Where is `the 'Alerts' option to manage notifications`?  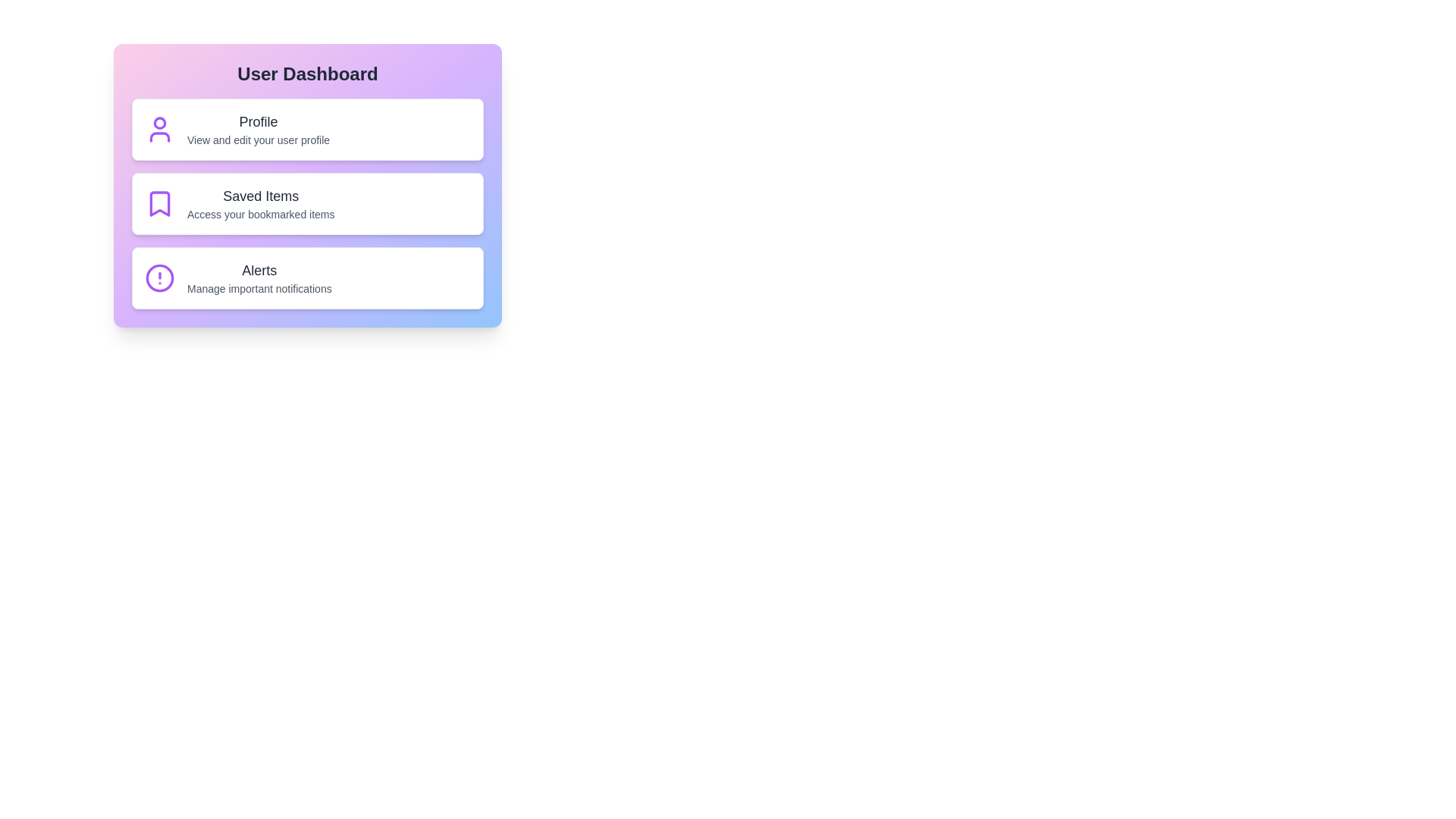 the 'Alerts' option to manage notifications is located at coordinates (307, 278).